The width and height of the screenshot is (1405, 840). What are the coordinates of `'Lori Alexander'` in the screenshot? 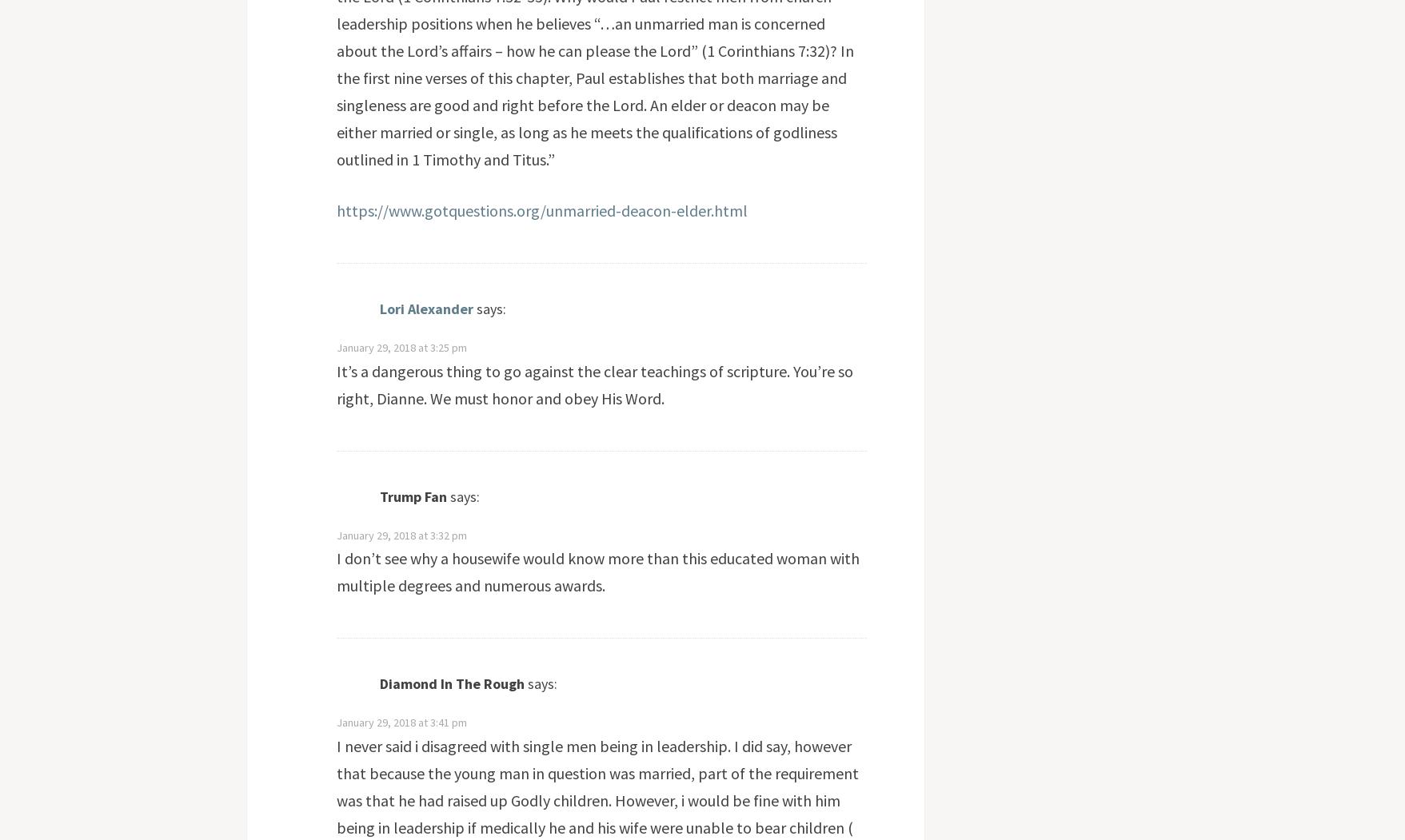 It's located at (425, 308).